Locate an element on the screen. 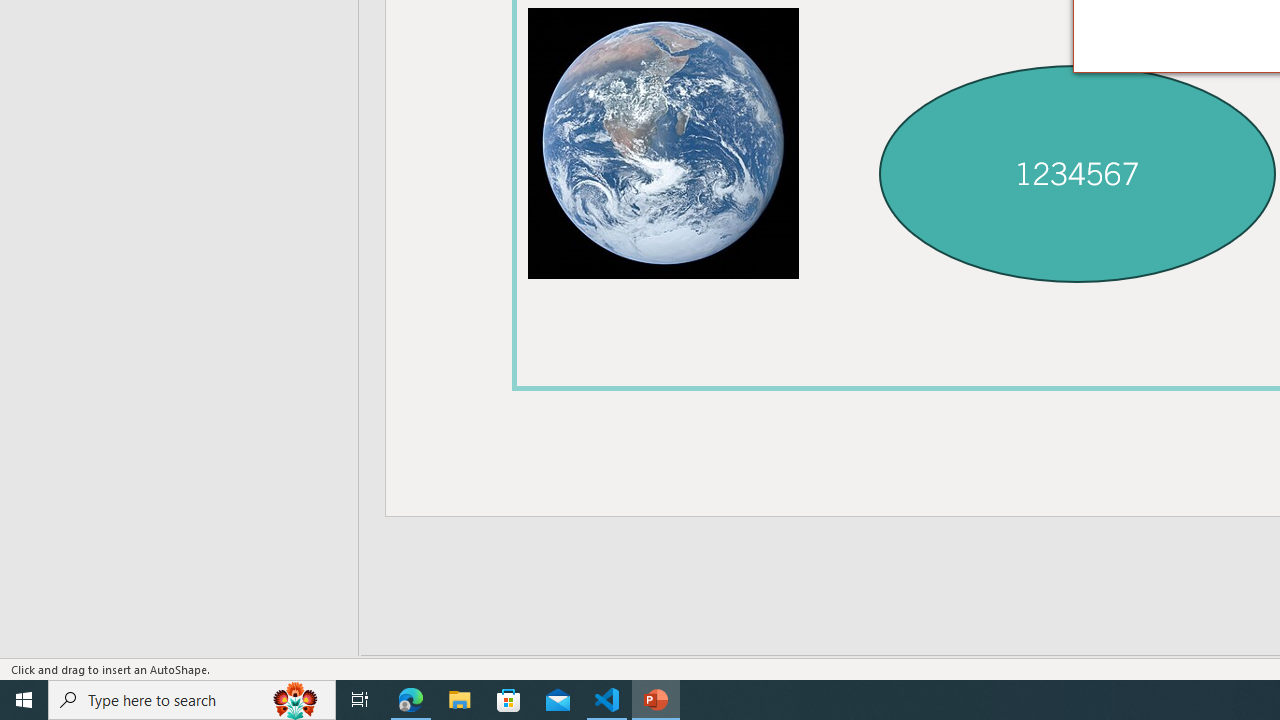  'Microsoft Store' is located at coordinates (509, 698).